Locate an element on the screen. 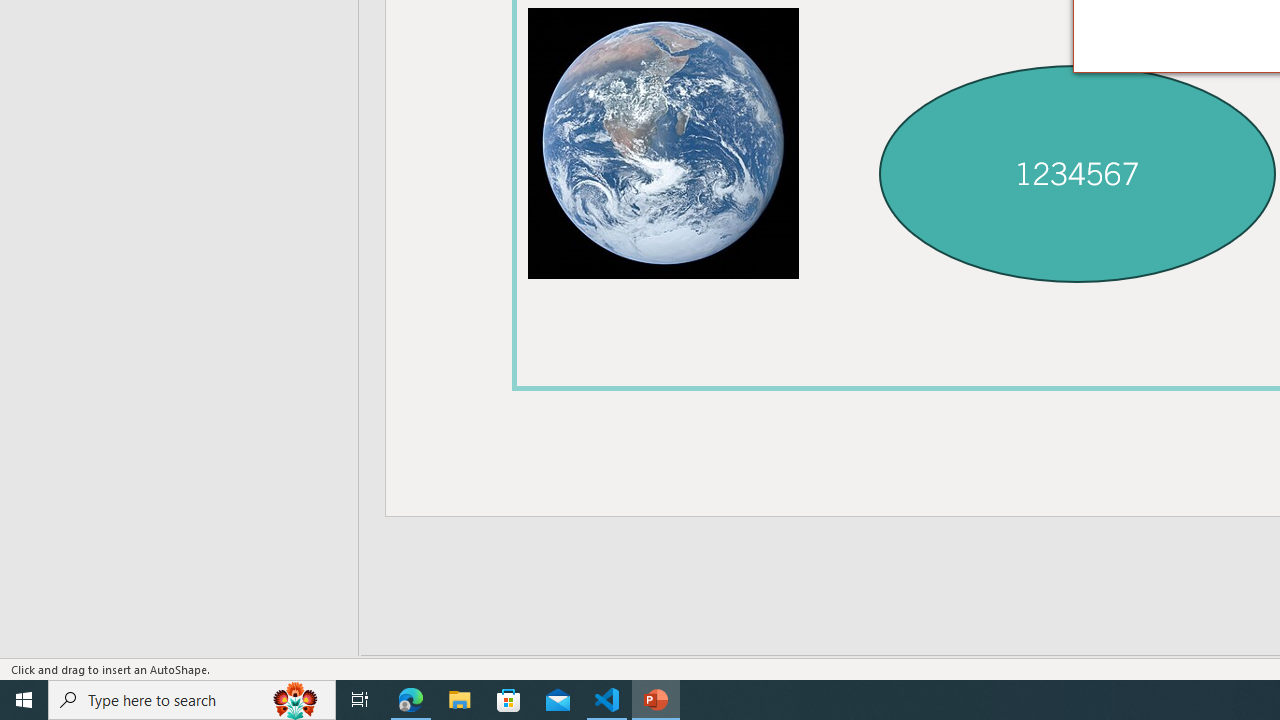  'Microsoft Store' is located at coordinates (509, 698).